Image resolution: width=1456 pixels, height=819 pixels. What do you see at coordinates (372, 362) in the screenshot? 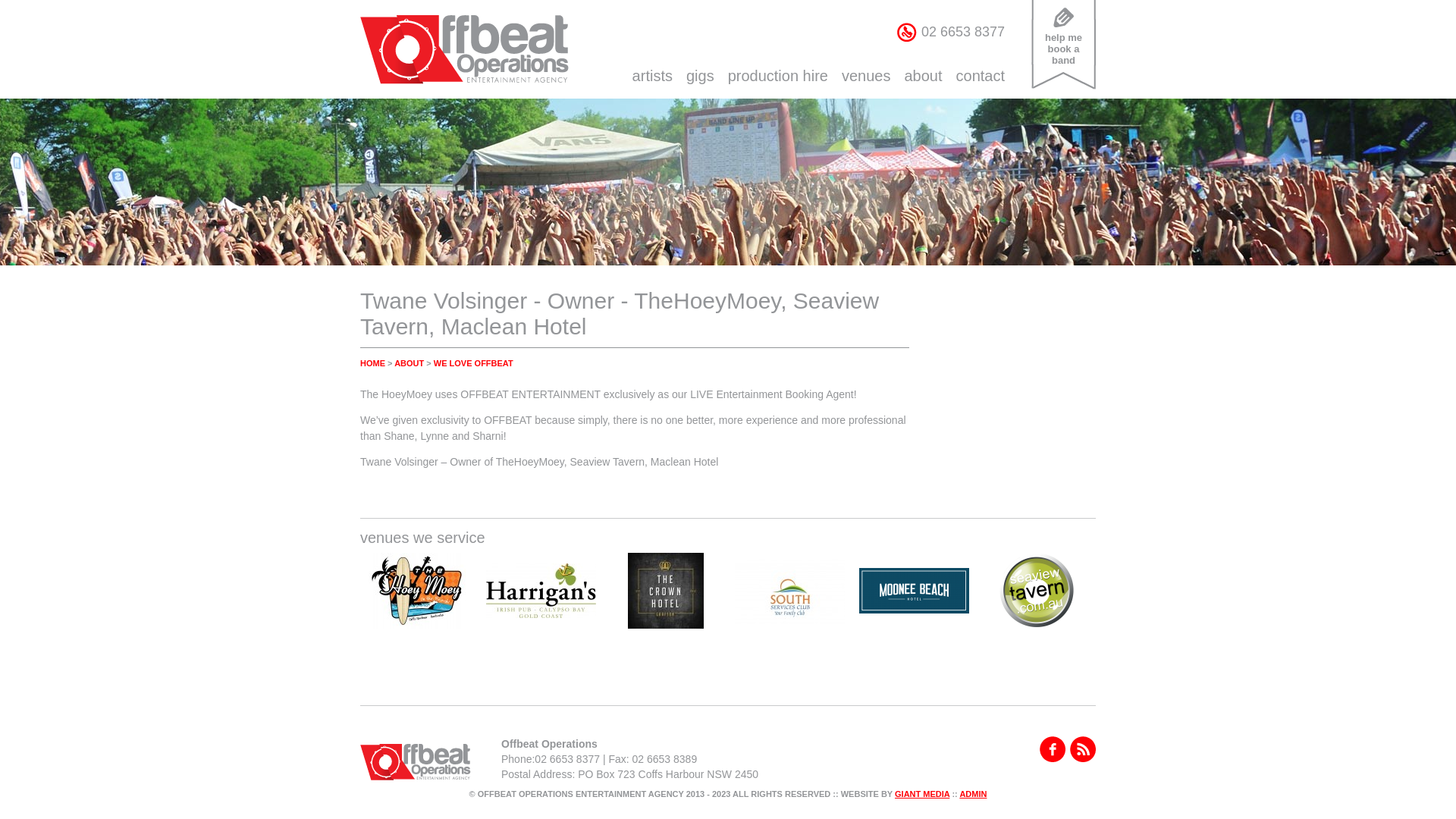
I see `'HOME'` at bounding box center [372, 362].